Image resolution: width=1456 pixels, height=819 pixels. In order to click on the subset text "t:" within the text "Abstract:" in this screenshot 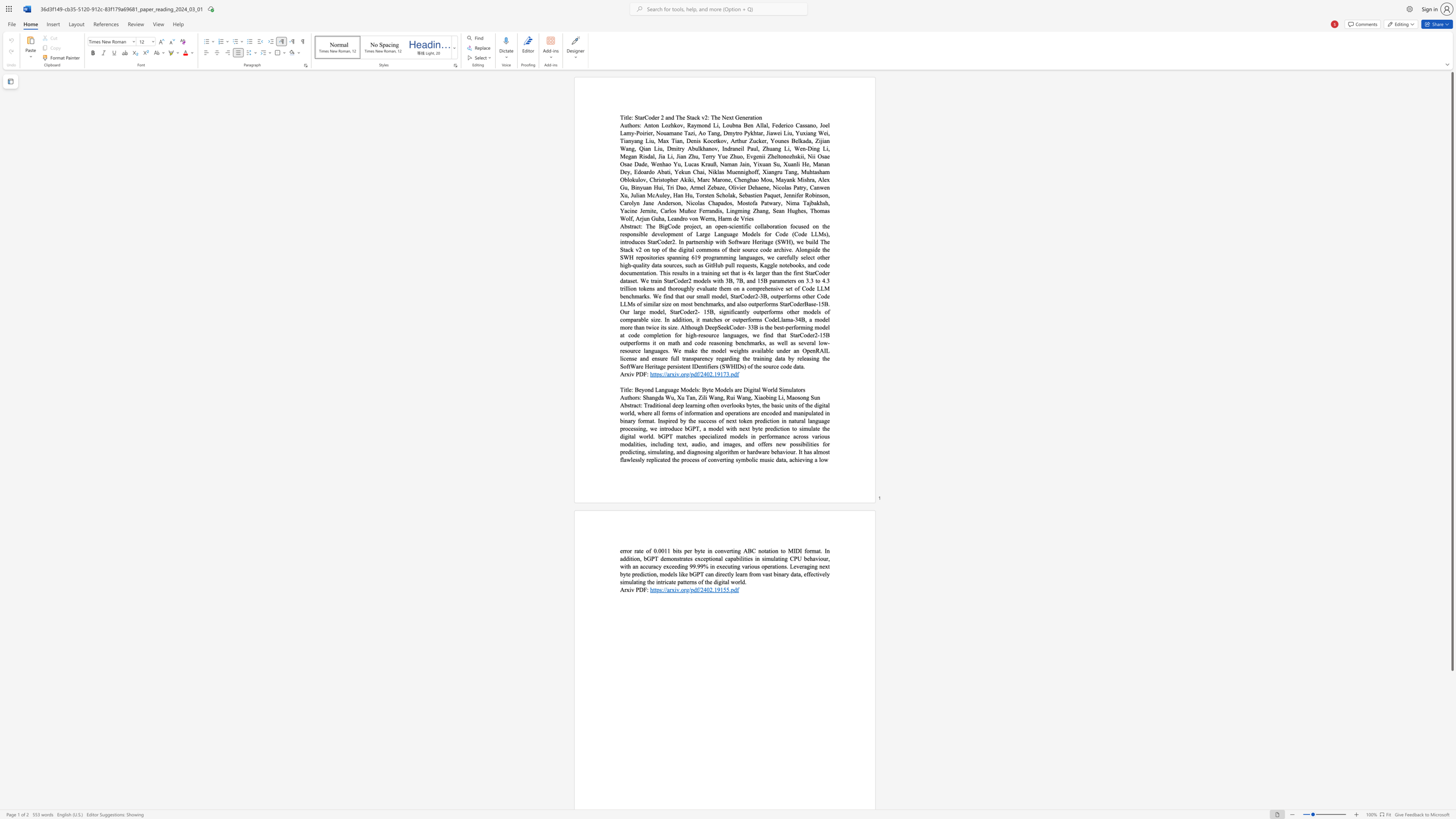, I will do `click(638, 405)`.